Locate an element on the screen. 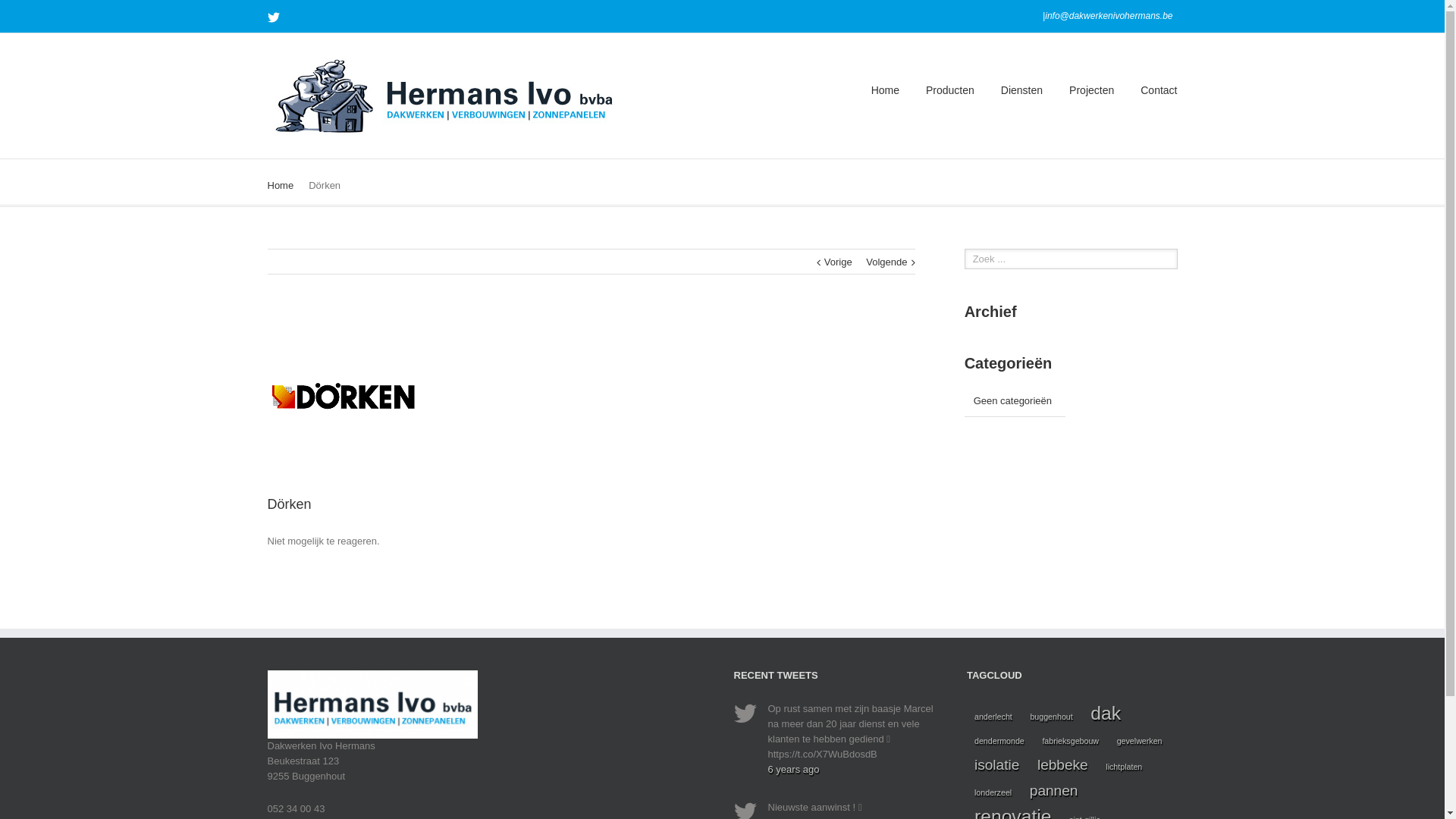  'Diensten' is located at coordinates (1021, 89).